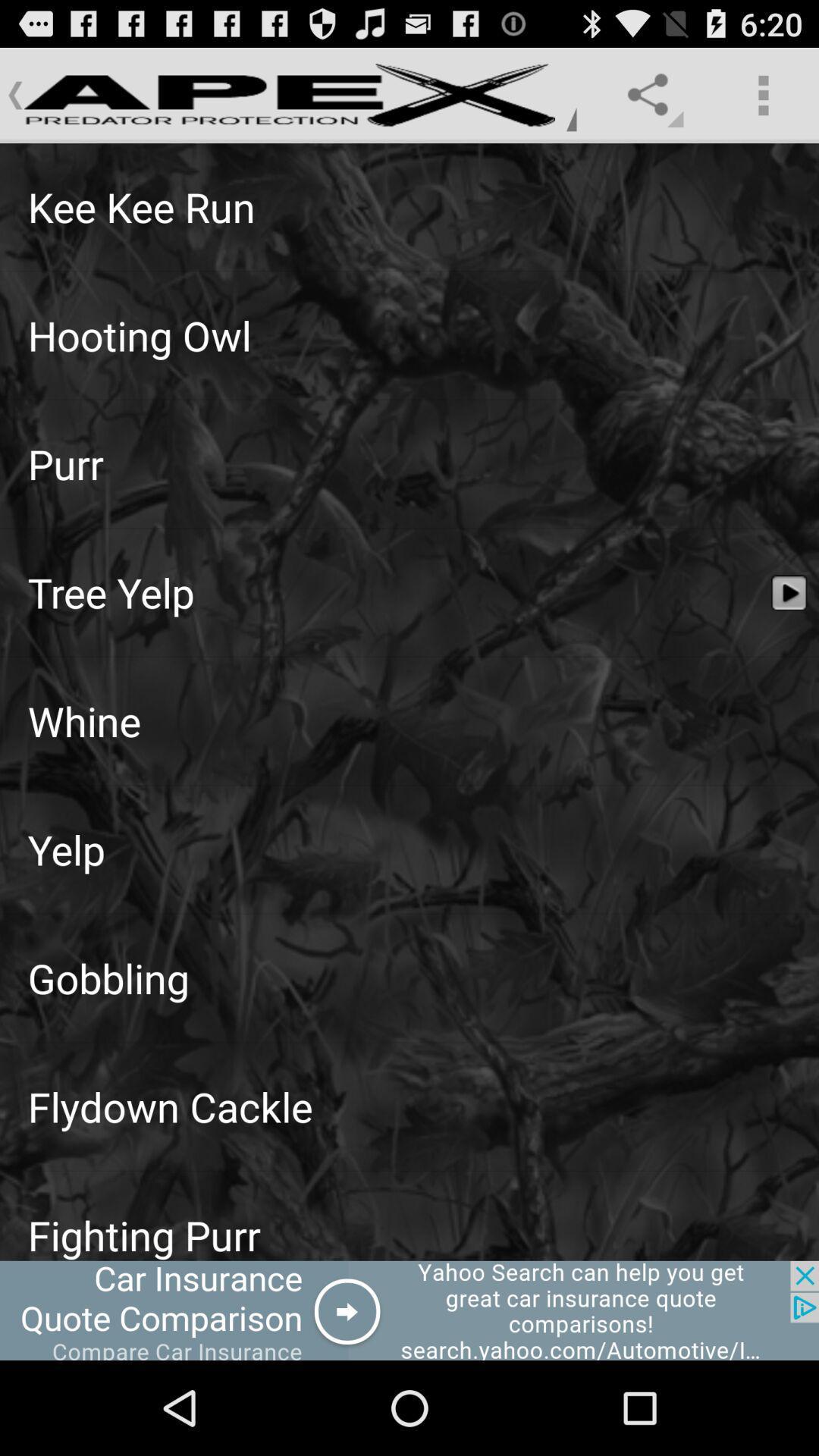 The height and width of the screenshot is (1456, 819). Describe the element at coordinates (409, 1310) in the screenshot. I see `advert pop up` at that location.